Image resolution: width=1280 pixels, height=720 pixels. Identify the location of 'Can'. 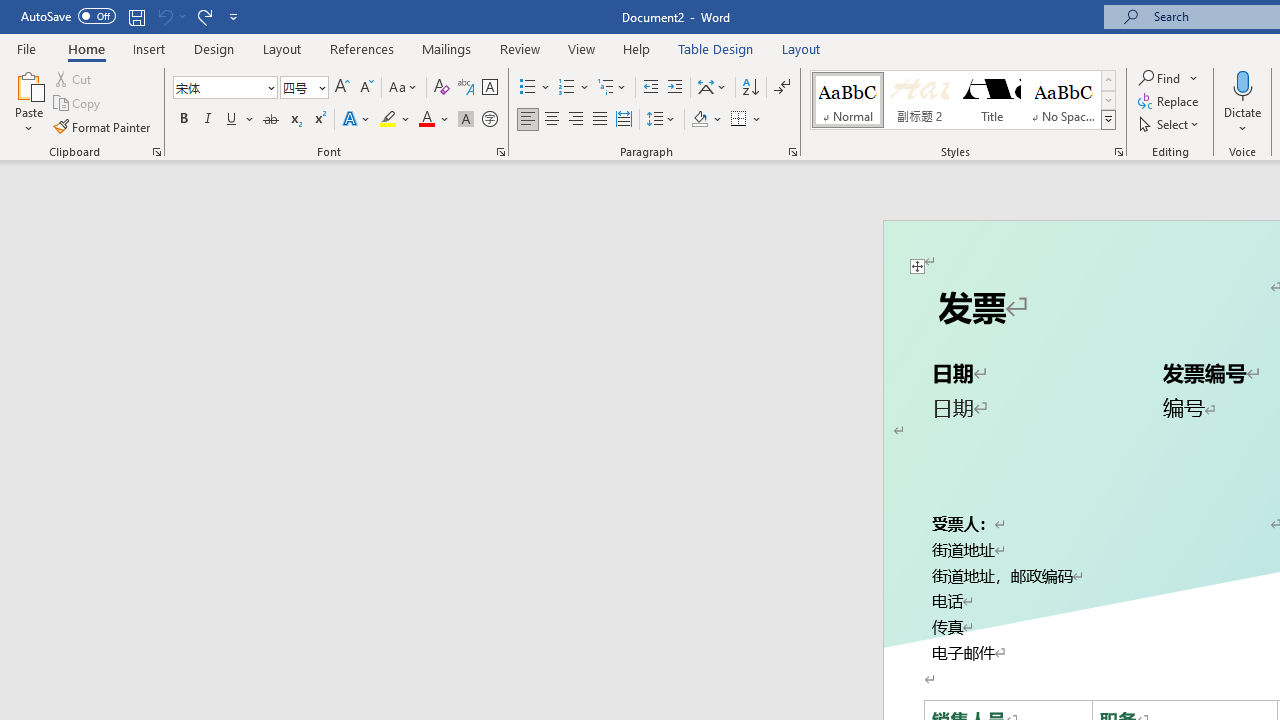
(164, 16).